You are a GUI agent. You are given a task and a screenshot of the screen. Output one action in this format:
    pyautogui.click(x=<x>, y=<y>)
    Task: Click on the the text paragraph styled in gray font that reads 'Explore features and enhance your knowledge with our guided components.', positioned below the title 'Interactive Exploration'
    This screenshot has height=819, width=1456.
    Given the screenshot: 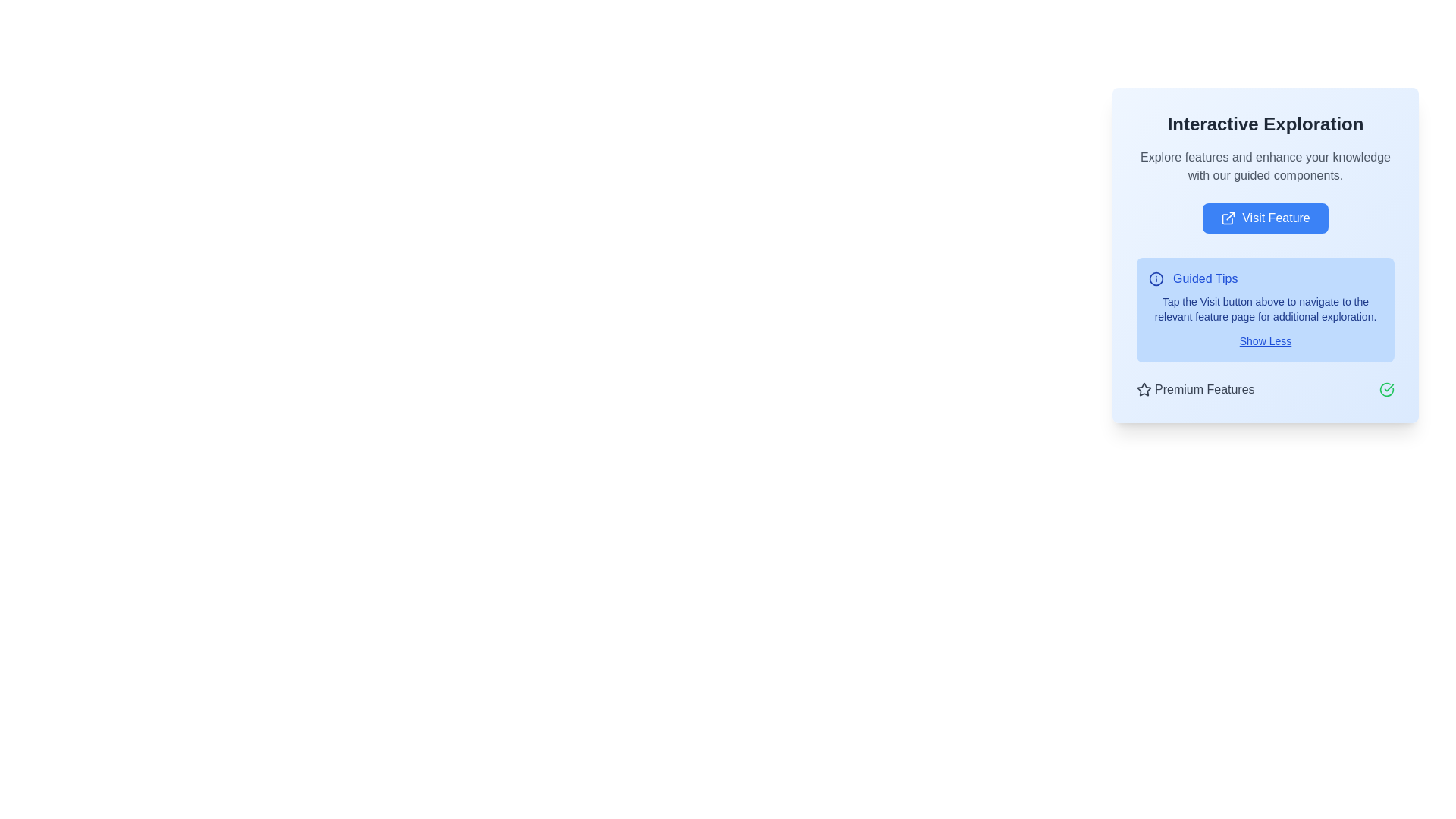 What is the action you would take?
    pyautogui.click(x=1266, y=166)
    